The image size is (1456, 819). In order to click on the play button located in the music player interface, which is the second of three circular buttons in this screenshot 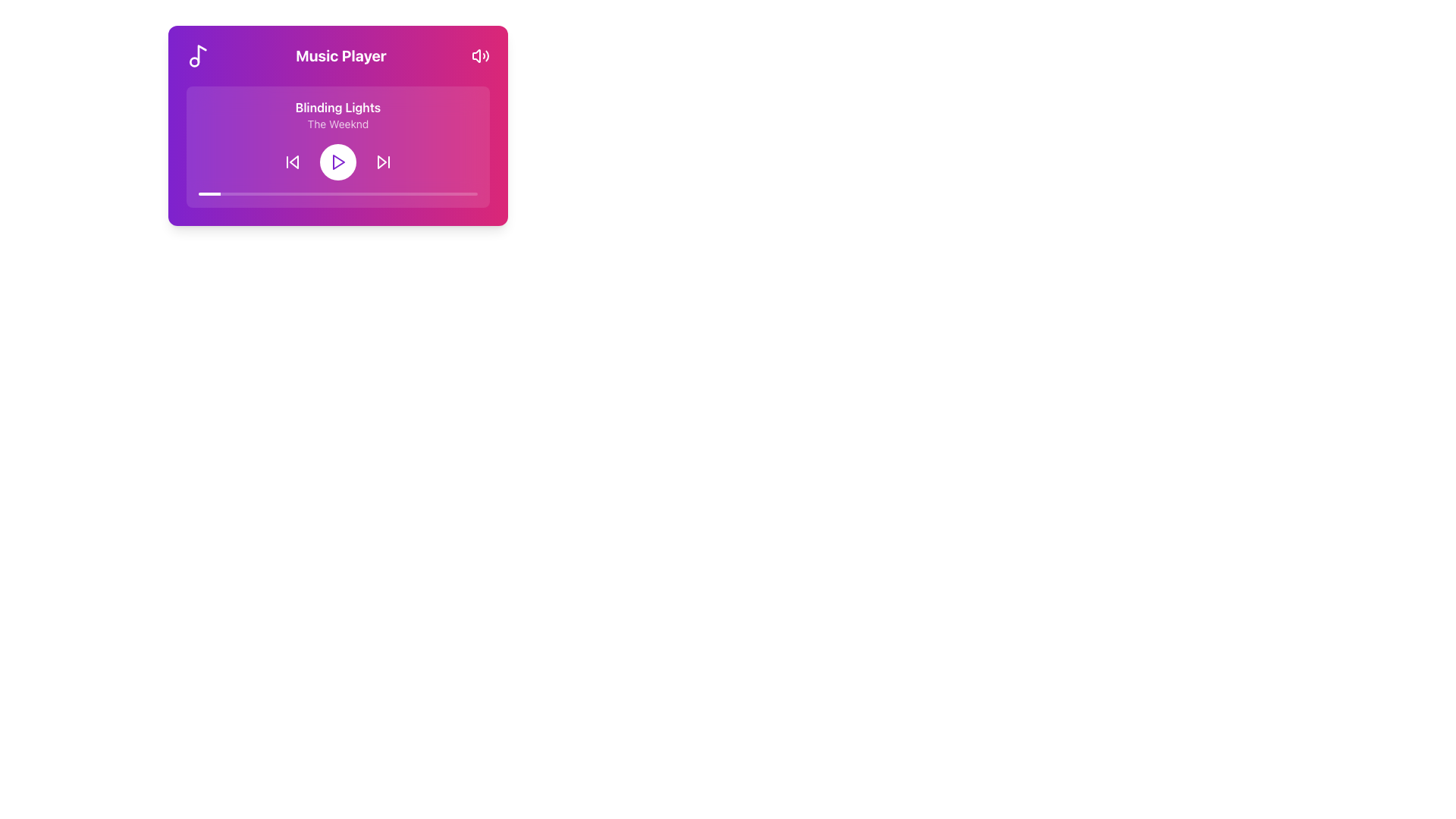, I will do `click(337, 162)`.